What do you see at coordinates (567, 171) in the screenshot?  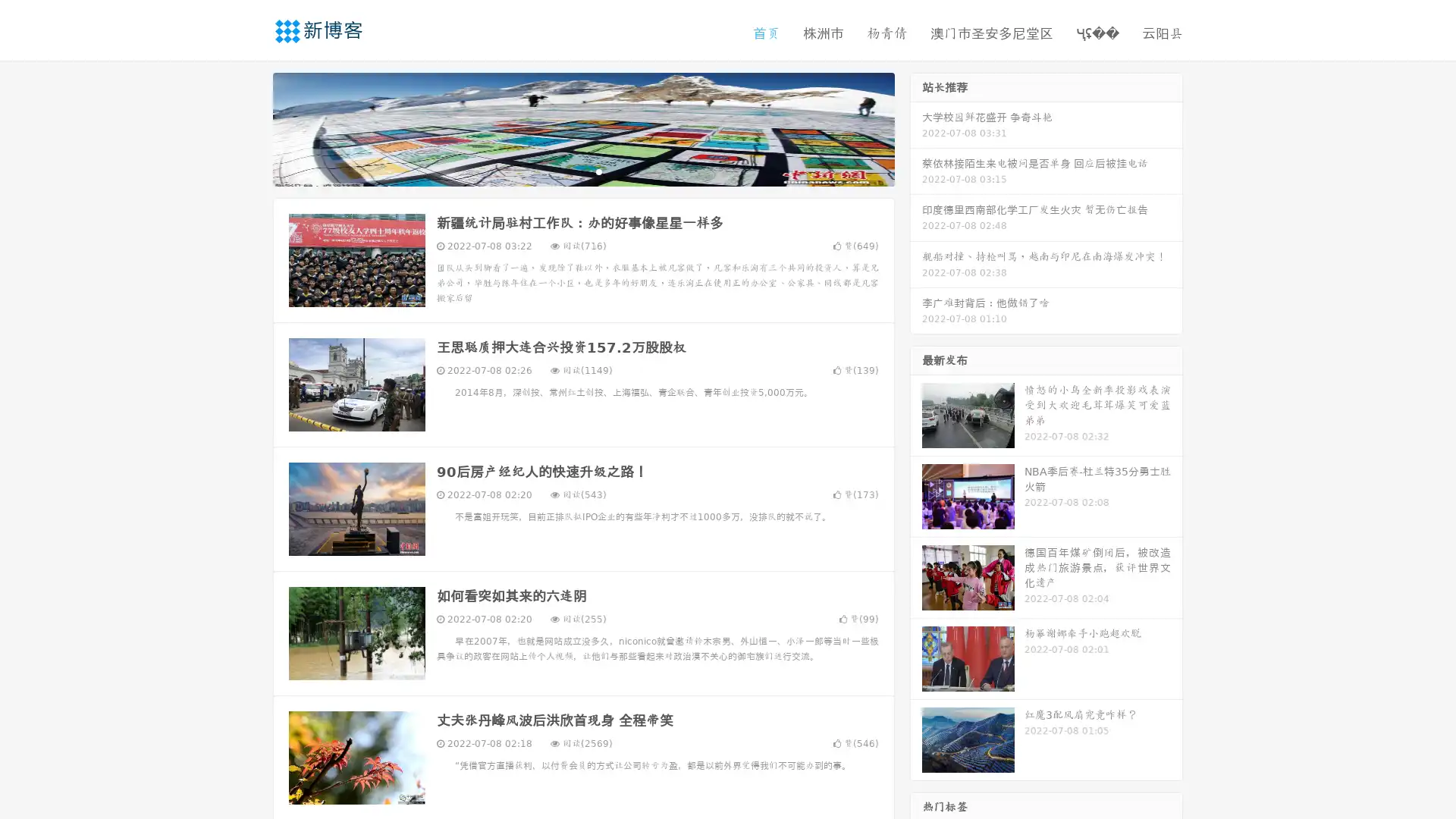 I see `Go to slide 1` at bounding box center [567, 171].